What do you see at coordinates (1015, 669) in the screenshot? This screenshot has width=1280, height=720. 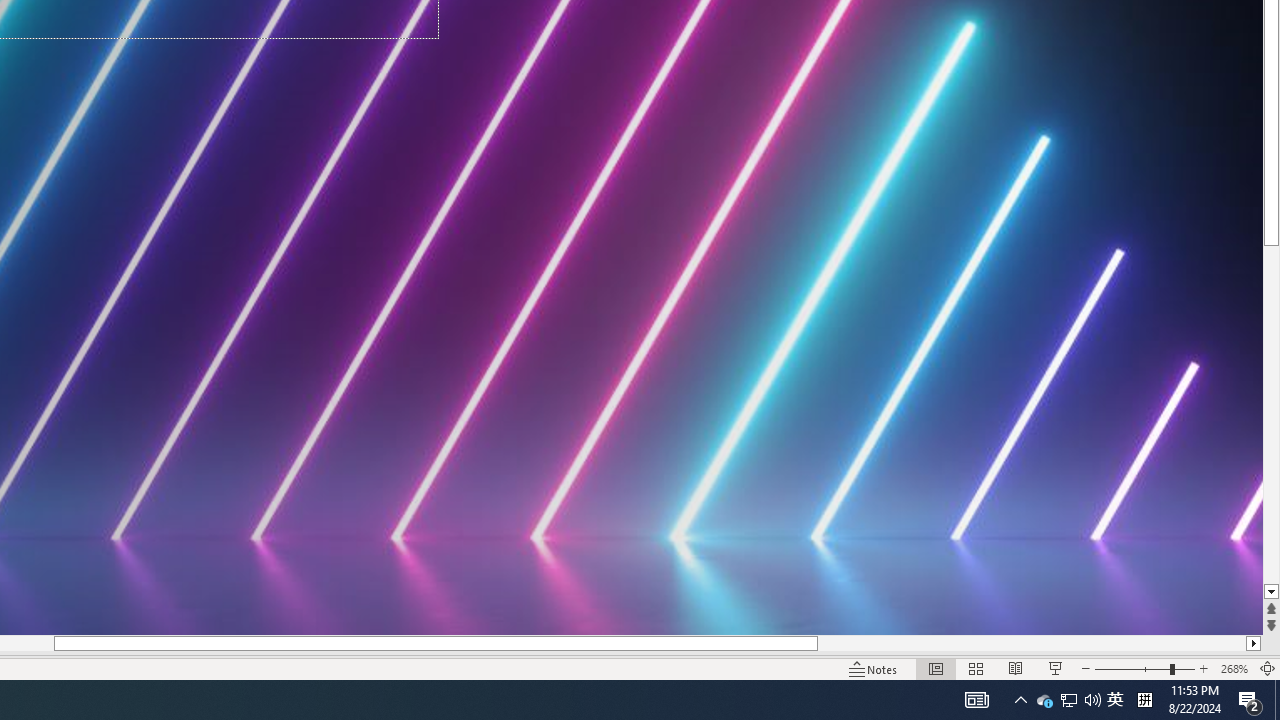 I see `'Reading View'` at bounding box center [1015, 669].